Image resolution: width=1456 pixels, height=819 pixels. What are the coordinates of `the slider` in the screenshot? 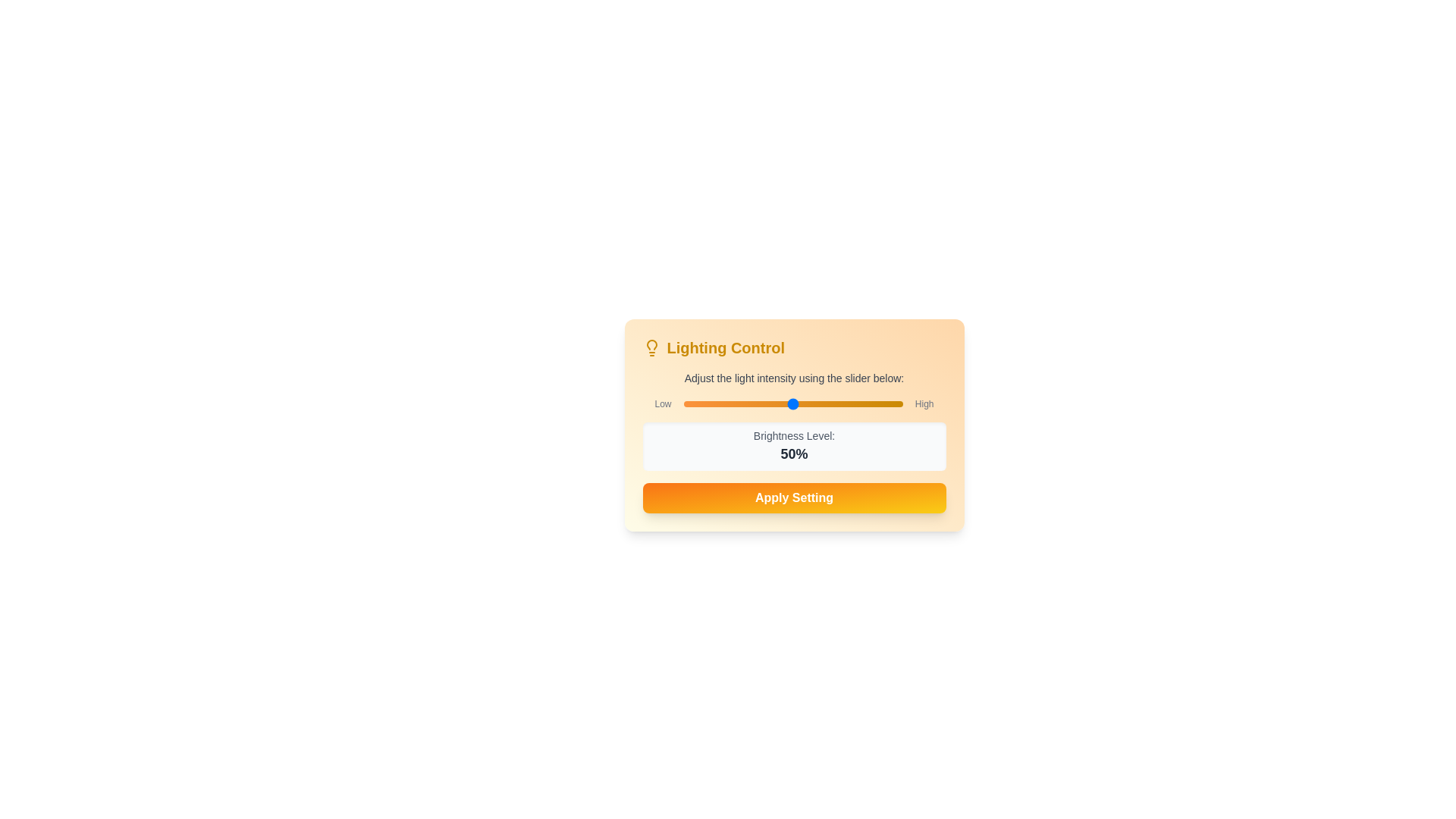 It's located at (830, 403).